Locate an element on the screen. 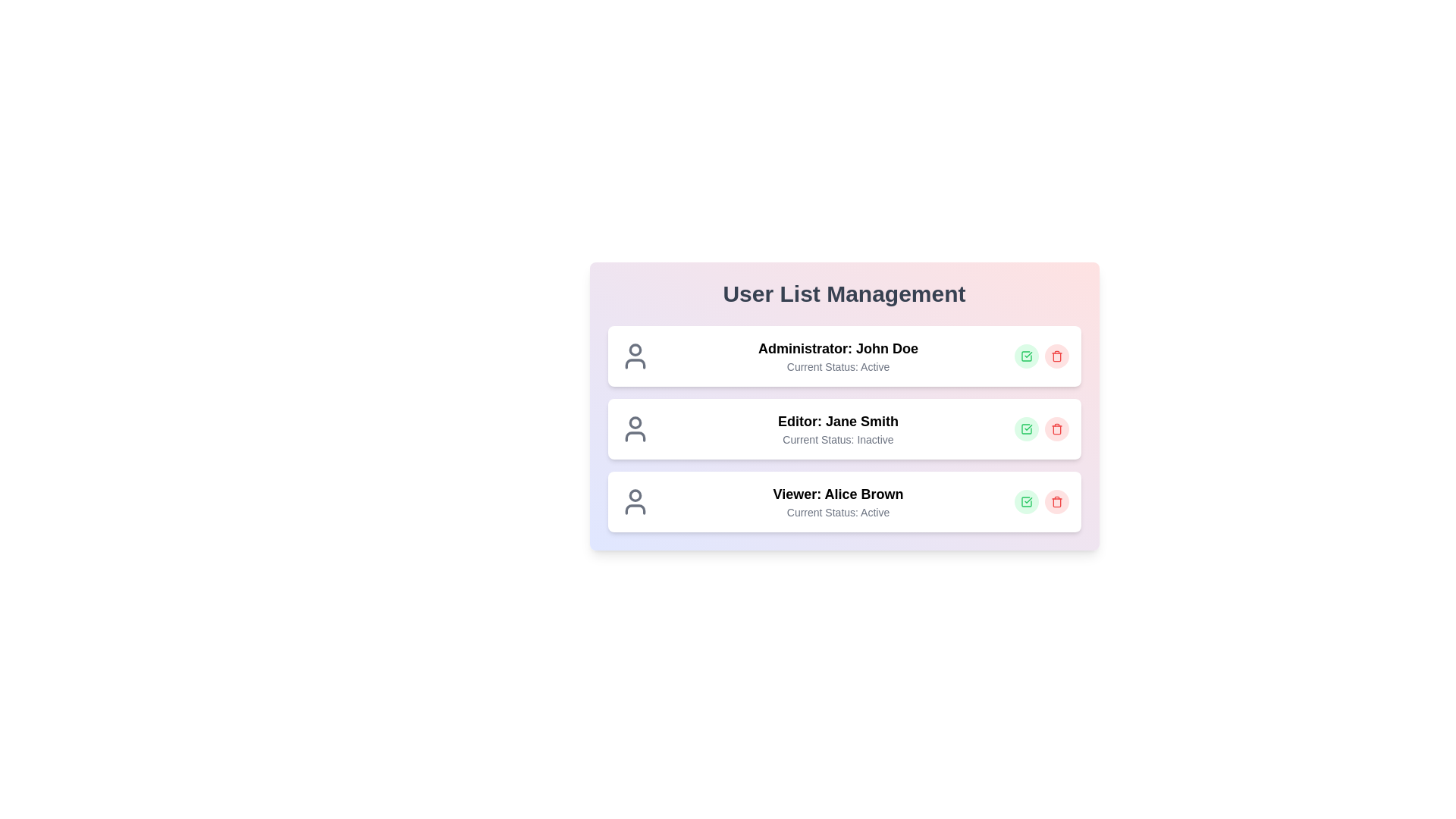 The image size is (1456, 819). the confirmation icon for the 'Editor: Jane Smith' entry is located at coordinates (1026, 429).